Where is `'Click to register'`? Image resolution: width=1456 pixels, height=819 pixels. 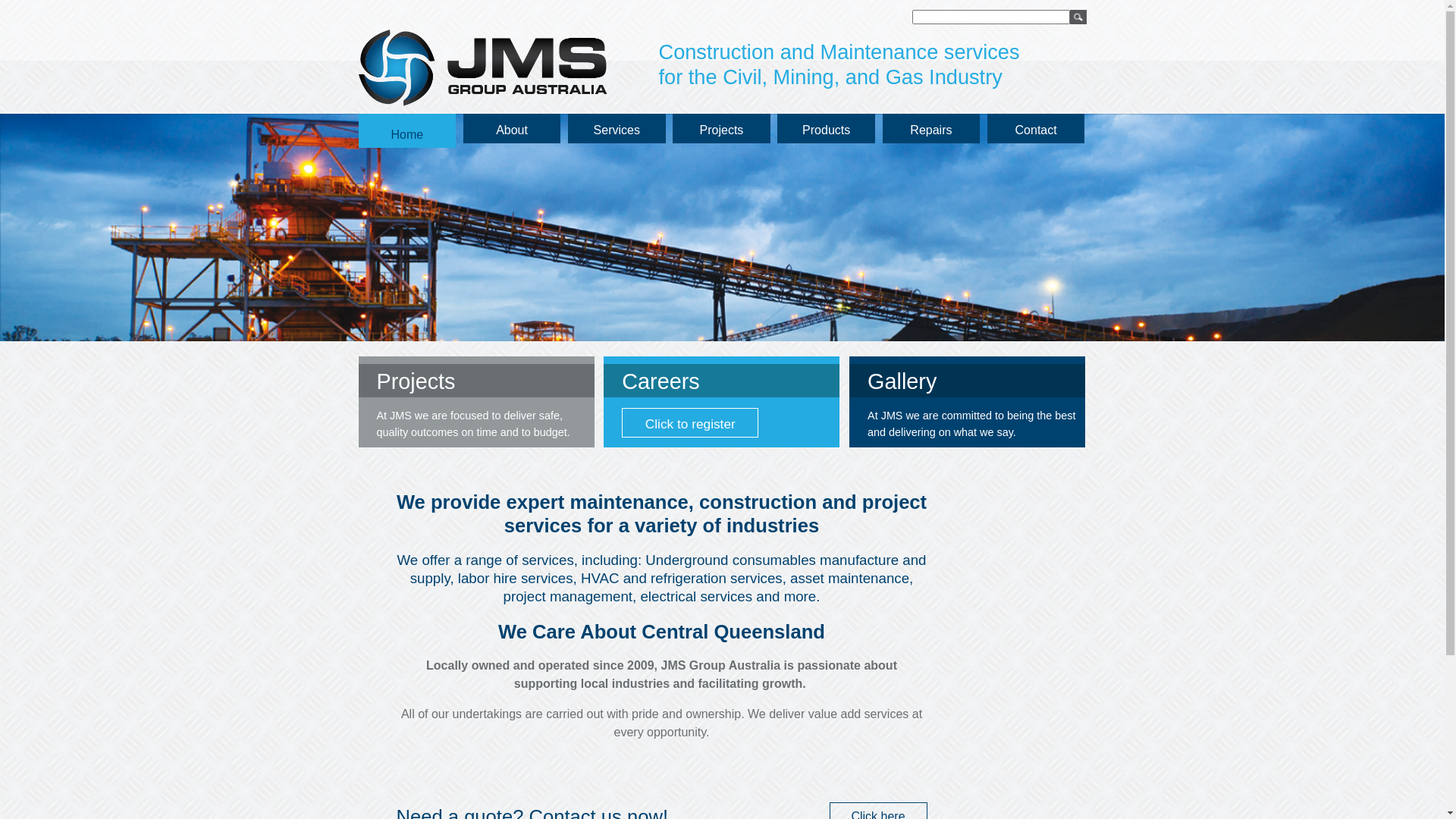 'Click to register' is located at coordinates (689, 422).